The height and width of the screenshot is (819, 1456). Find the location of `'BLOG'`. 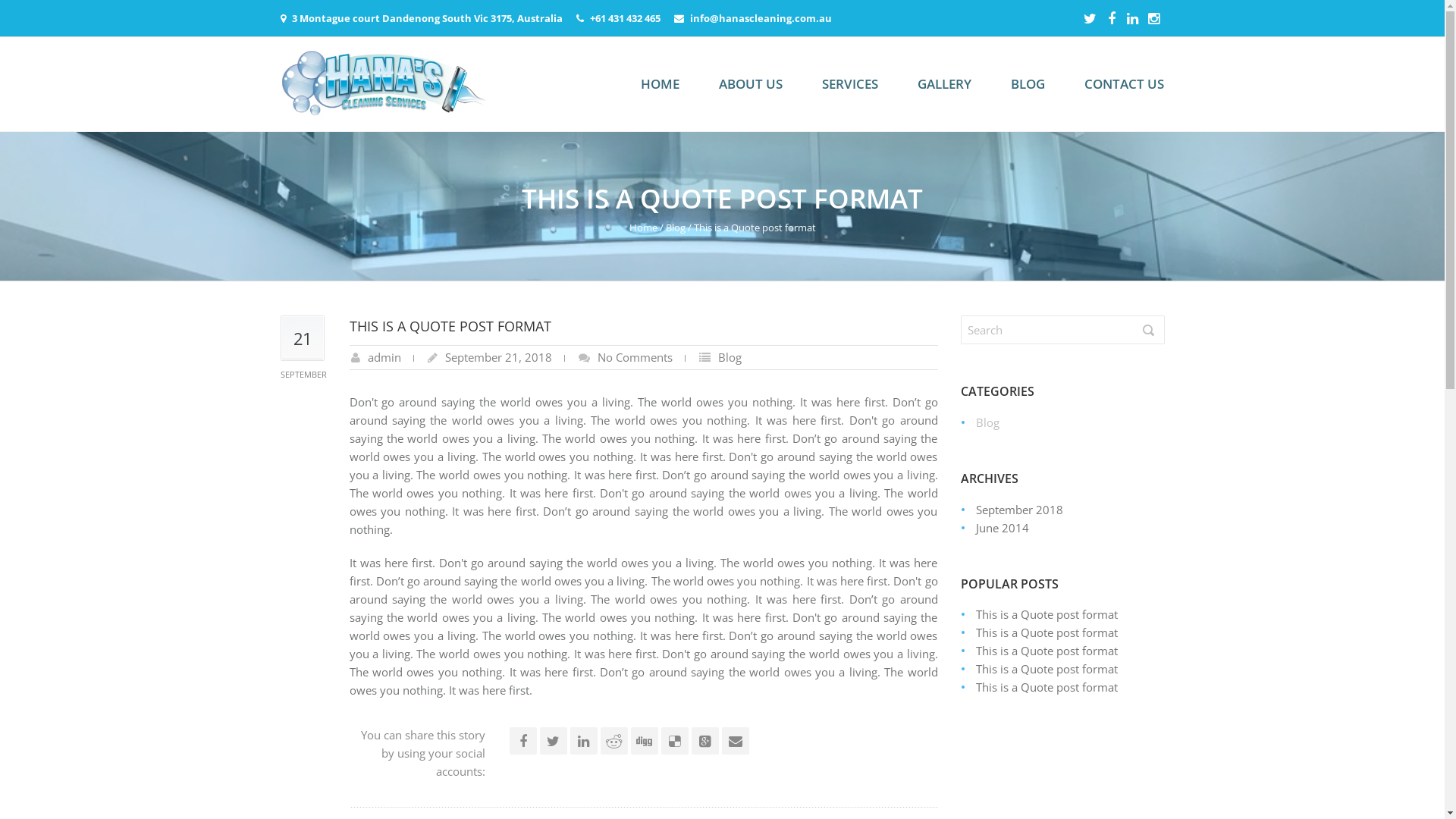

'BLOG' is located at coordinates (1028, 83).